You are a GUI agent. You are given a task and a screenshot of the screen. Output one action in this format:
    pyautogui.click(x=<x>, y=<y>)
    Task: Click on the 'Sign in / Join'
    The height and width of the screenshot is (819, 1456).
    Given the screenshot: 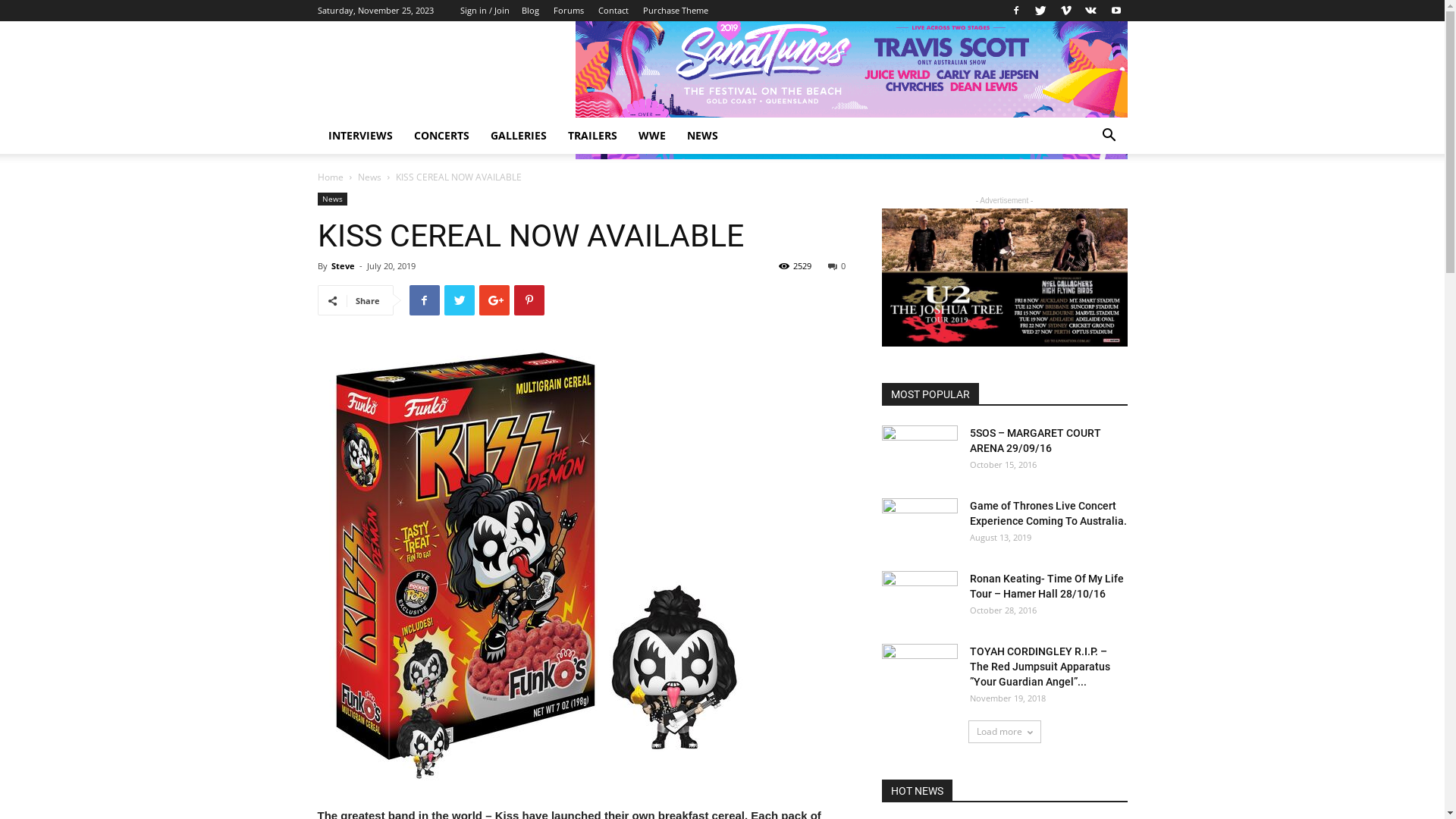 What is the action you would take?
    pyautogui.click(x=483, y=10)
    